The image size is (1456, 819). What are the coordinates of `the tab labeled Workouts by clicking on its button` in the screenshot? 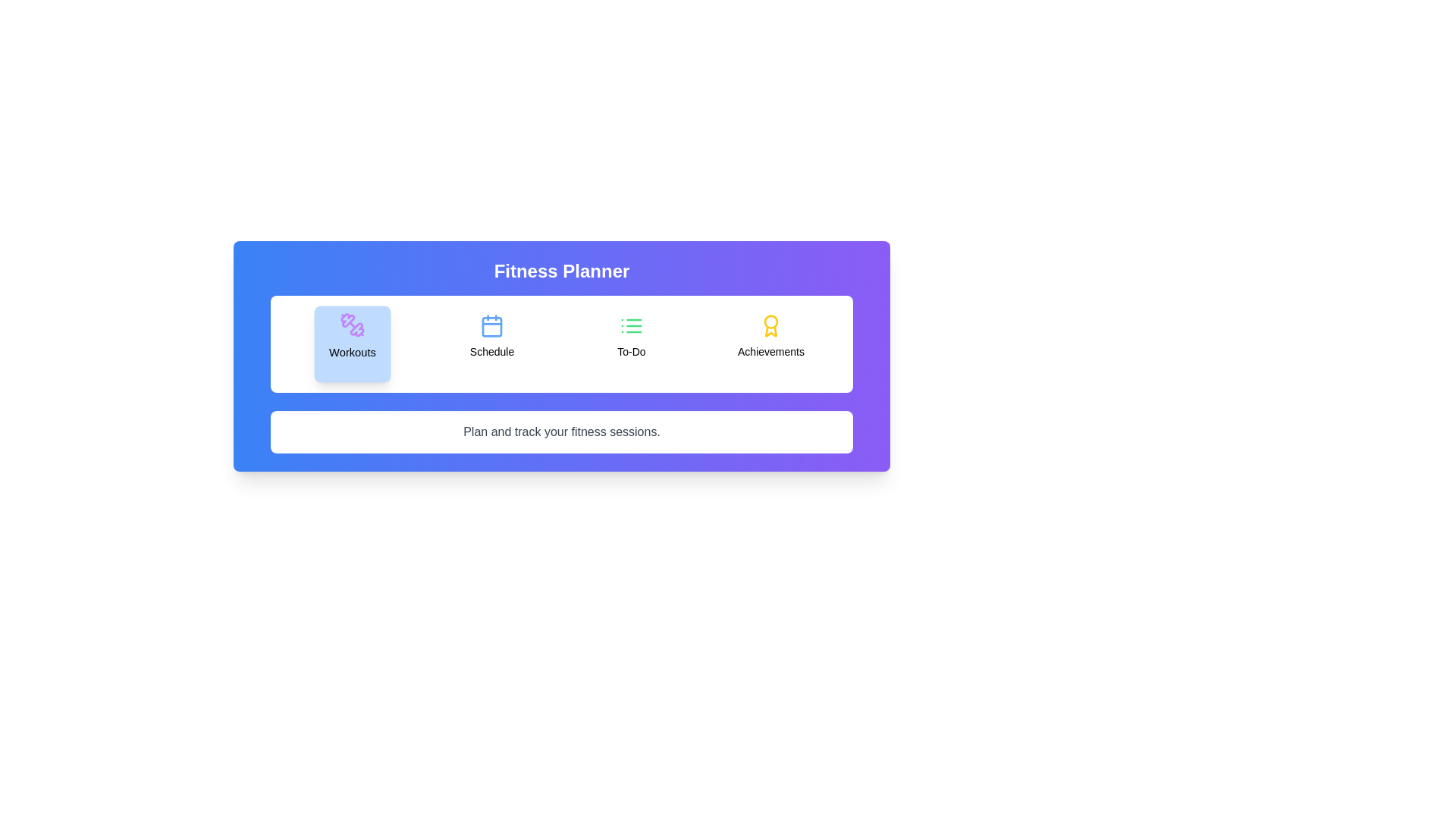 It's located at (352, 344).